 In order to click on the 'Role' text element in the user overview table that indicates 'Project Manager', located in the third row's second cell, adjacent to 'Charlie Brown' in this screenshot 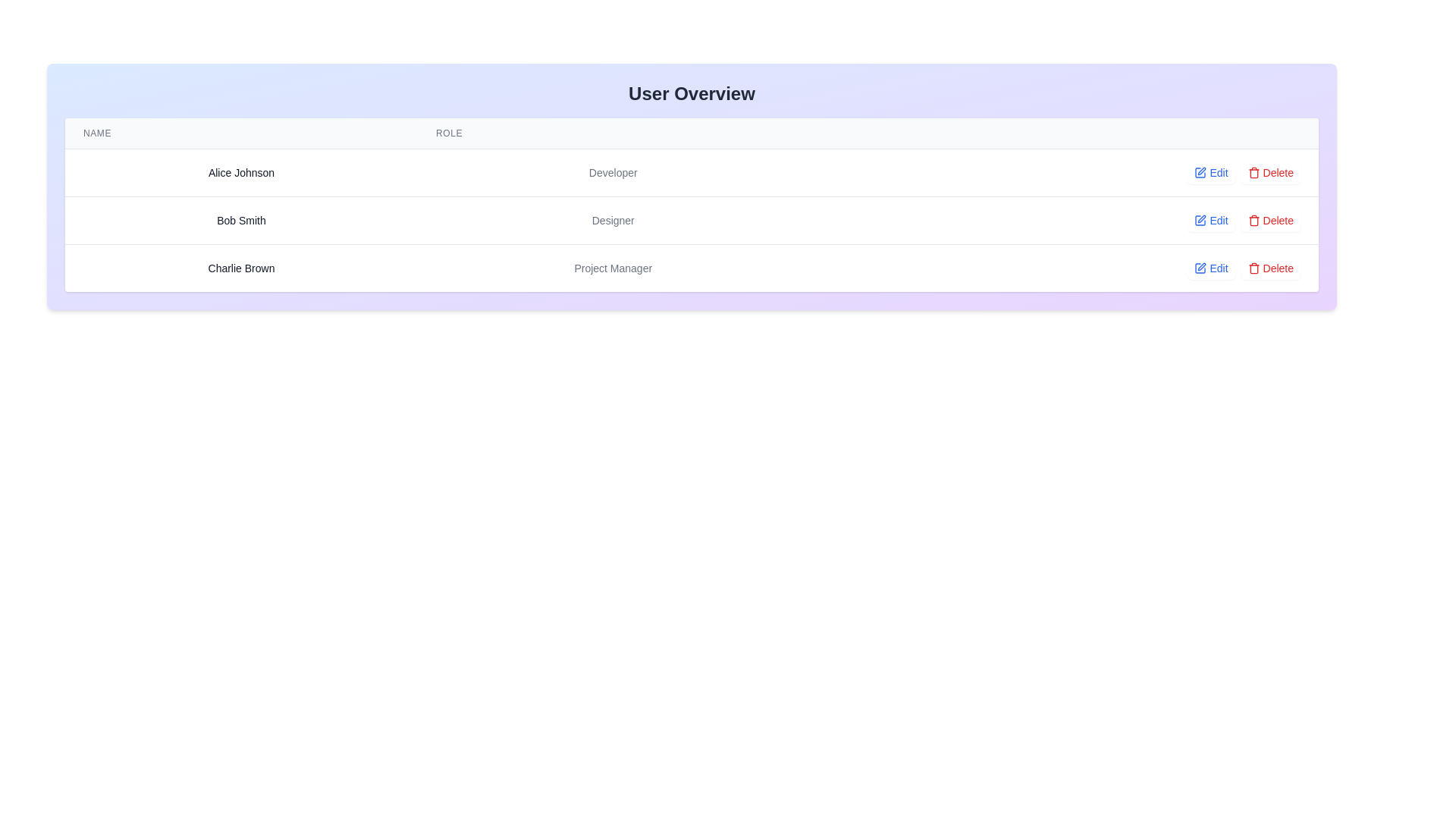, I will do `click(613, 267)`.